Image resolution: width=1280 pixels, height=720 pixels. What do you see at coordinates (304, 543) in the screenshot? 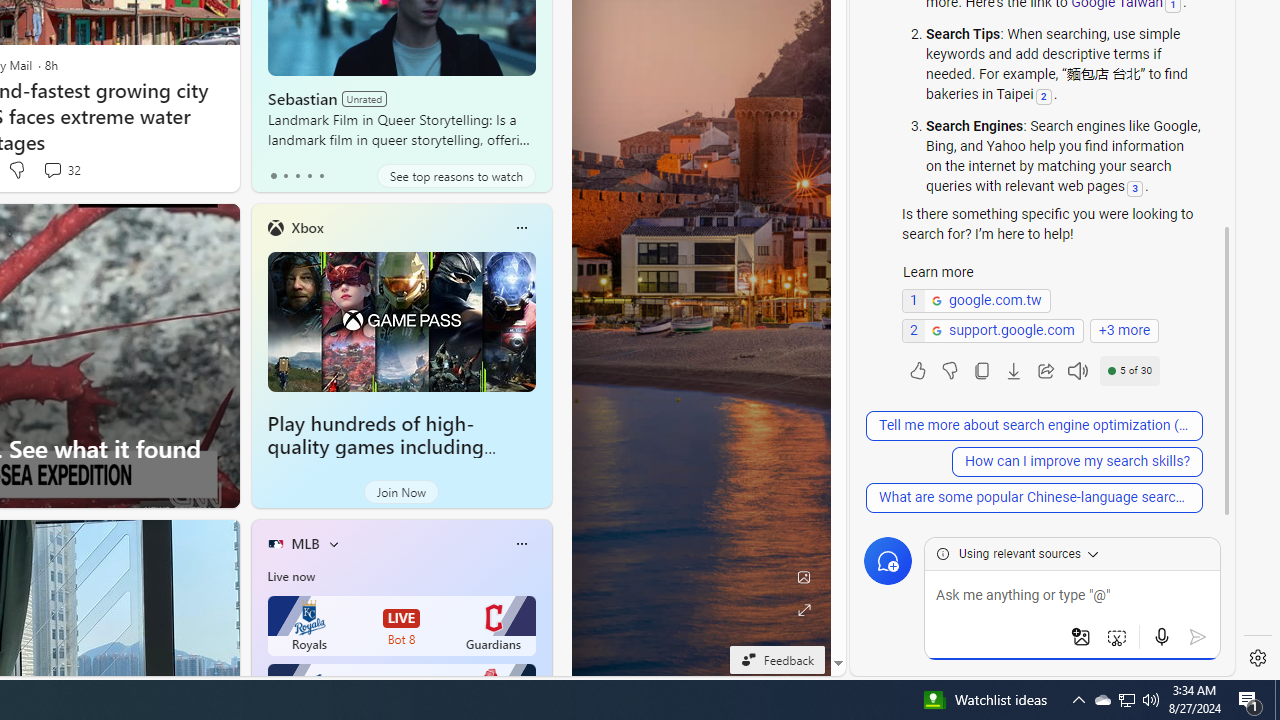
I see `'MLB'` at bounding box center [304, 543].